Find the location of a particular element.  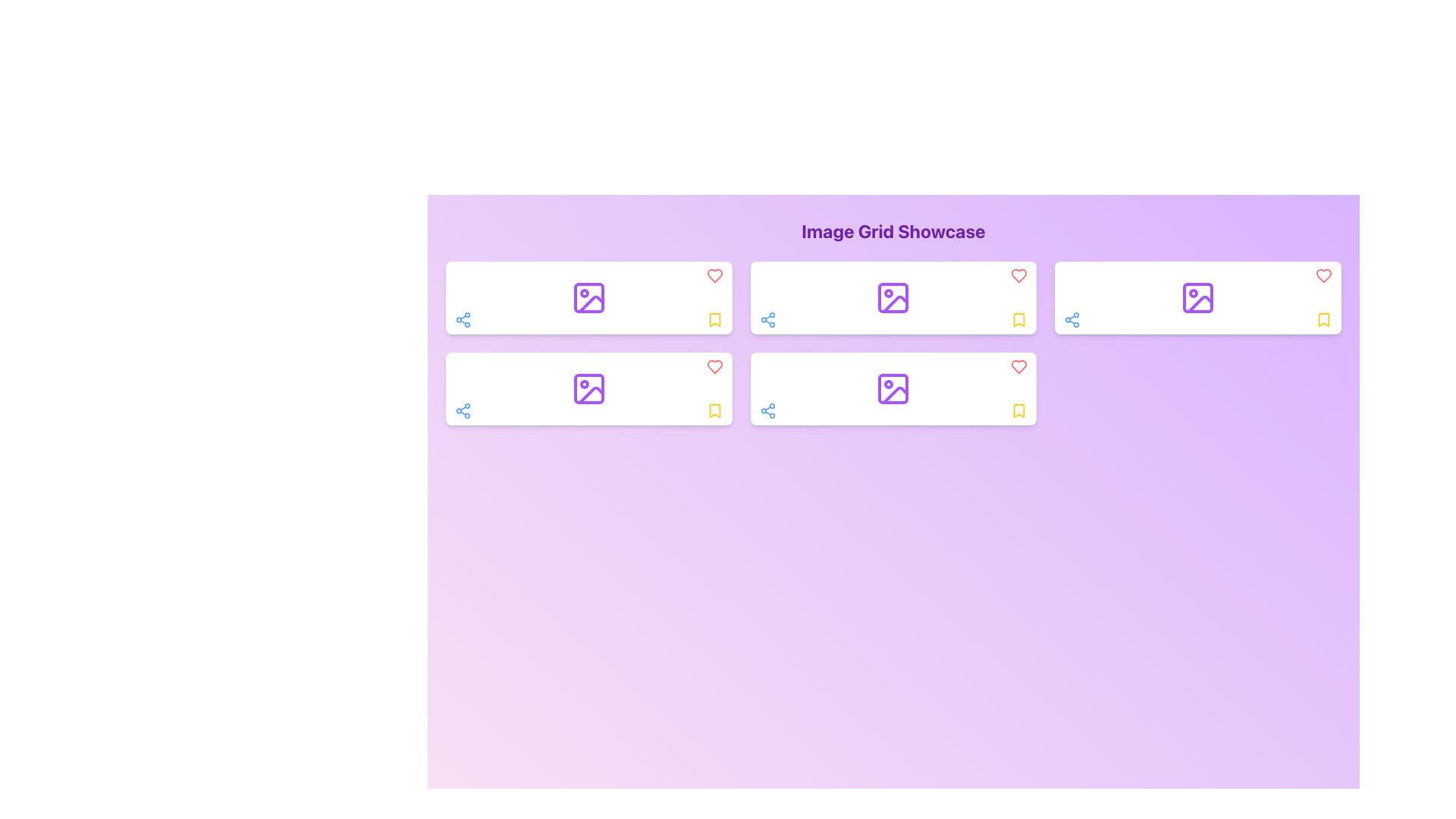

the 'like' or 'favorite' button located at the top-right corner of the second card in the 2x3 grid layout is located at coordinates (1019, 366).